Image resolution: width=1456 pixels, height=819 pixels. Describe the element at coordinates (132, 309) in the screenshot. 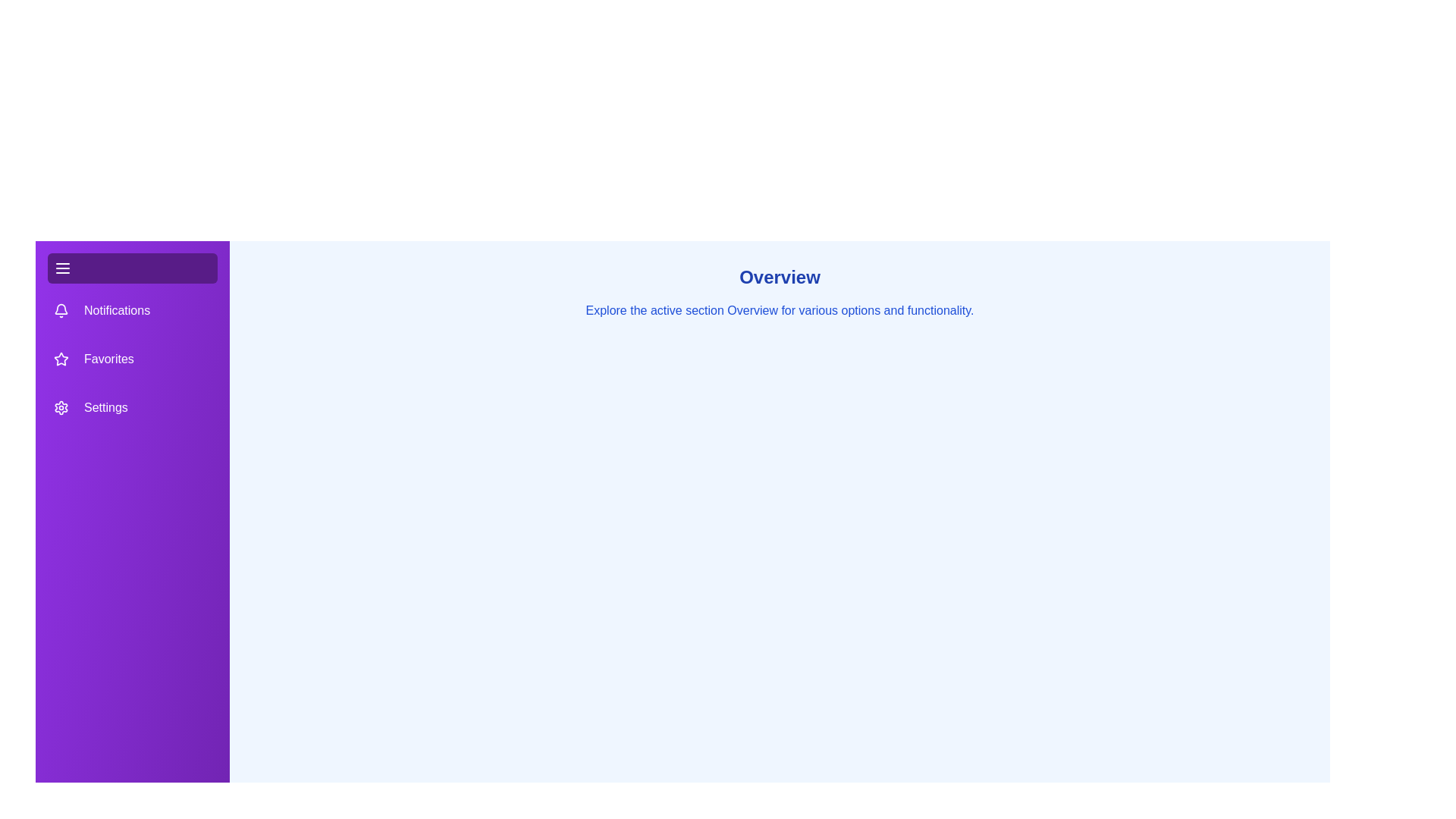

I see `the tab labeled Notifications in the drawer` at that location.